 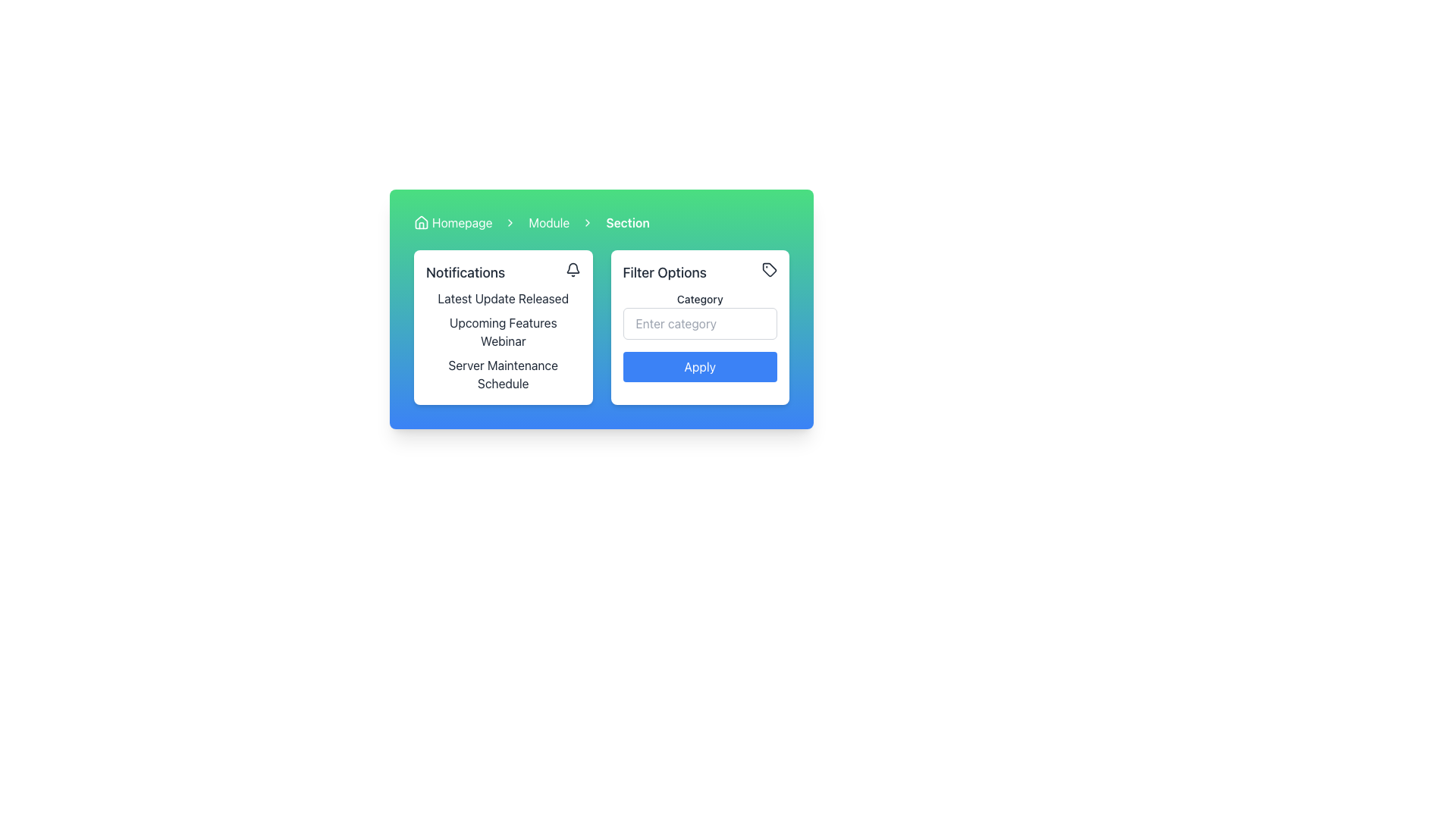 I want to click on the 'Homepage' icon located in the upper-left region of the interface within the breadcrumb navigation bar, which visually represents the concept of the 'Homepage', so click(x=422, y=222).